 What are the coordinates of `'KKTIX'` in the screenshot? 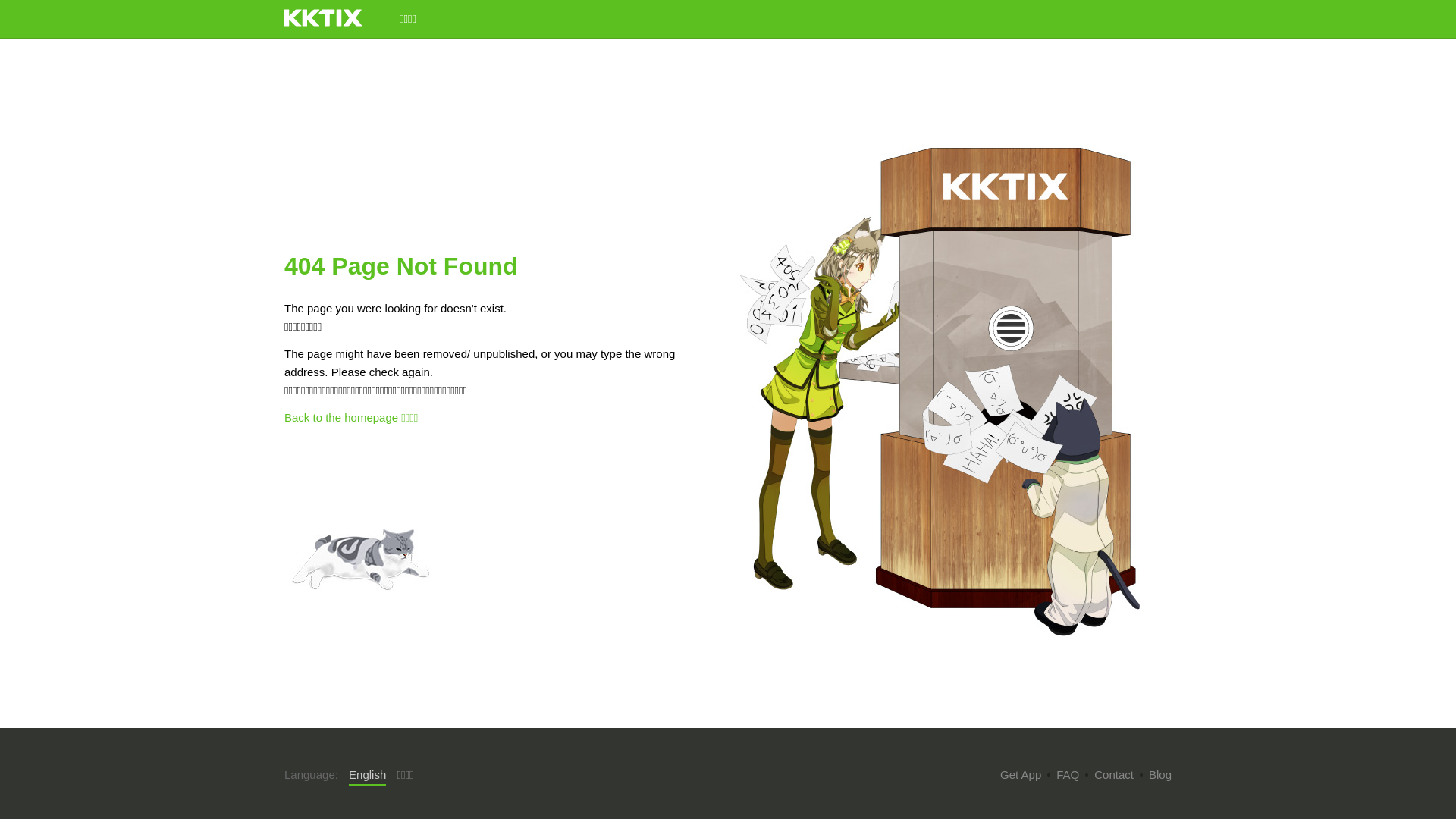 It's located at (322, 17).